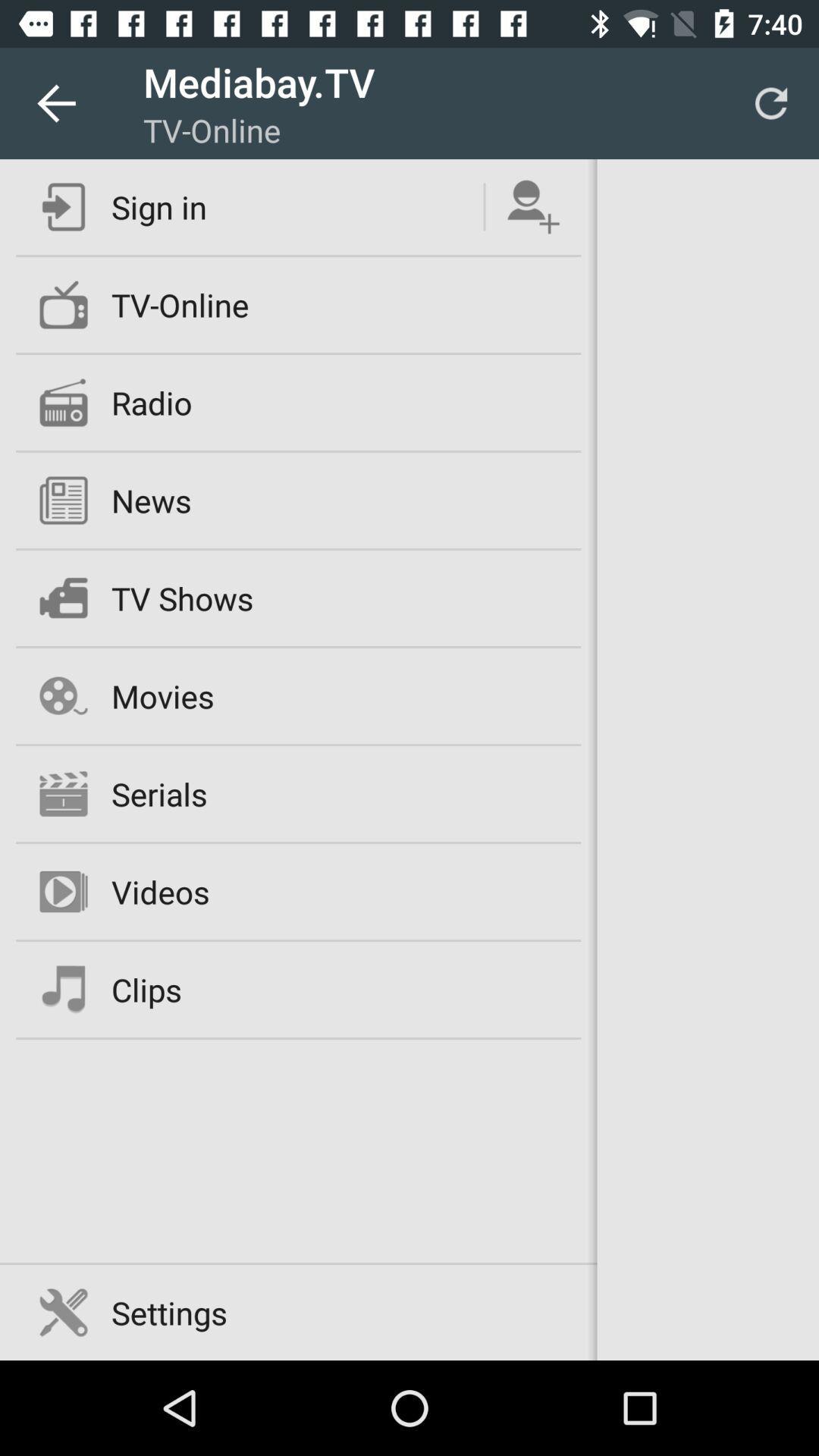 This screenshot has height=1456, width=819. What do you see at coordinates (169, 1312) in the screenshot?
I see `settings` at bounding box center [169, 1312].